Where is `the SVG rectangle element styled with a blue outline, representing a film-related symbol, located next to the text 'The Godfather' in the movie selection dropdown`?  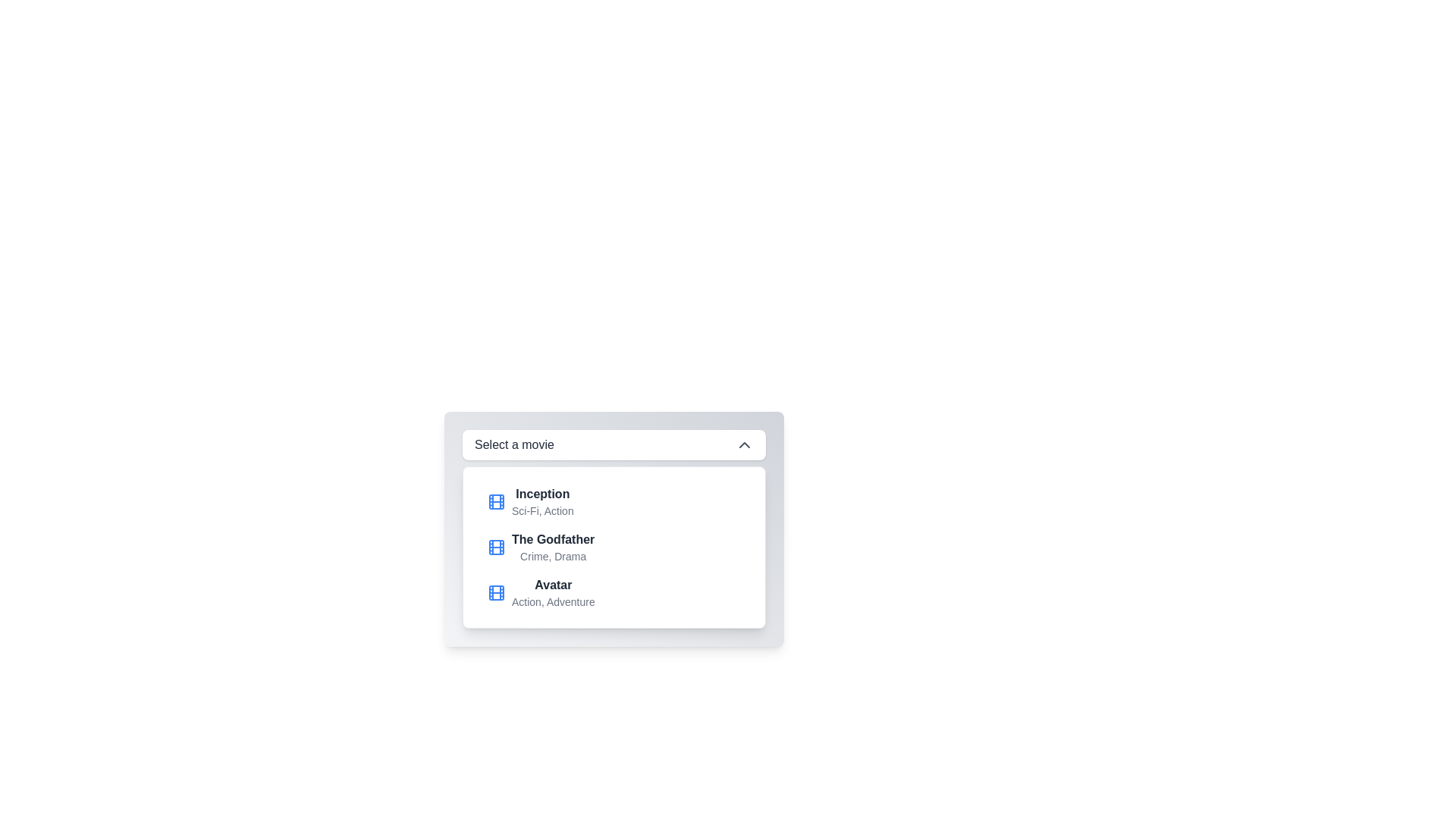 the SVG rectangle element styled with a blue outline, representing a film-related symbol, located next to the text 'The Godfather' in the movie selection dropdown is located at coordinates (496, 547).